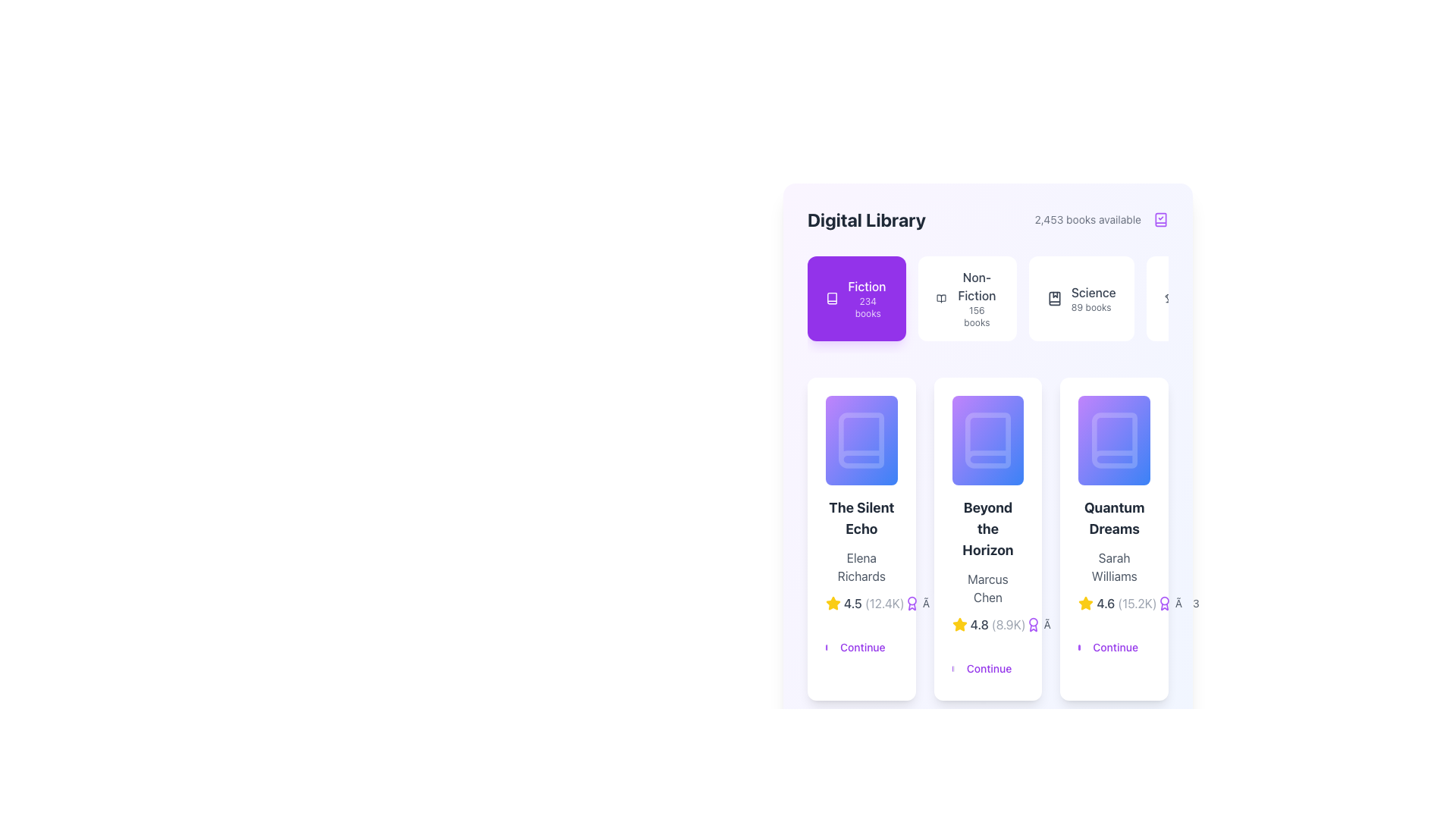 This screenshot has height=819, width=1456. Describe the element at coordinates (966, 298) in the screenshot. I see `the navigation button for the Non-Fiction category, which is the second button in a horizontally scrolling list of category cards, located to the right of the Fiction card and to the left of the Science card` at that location.